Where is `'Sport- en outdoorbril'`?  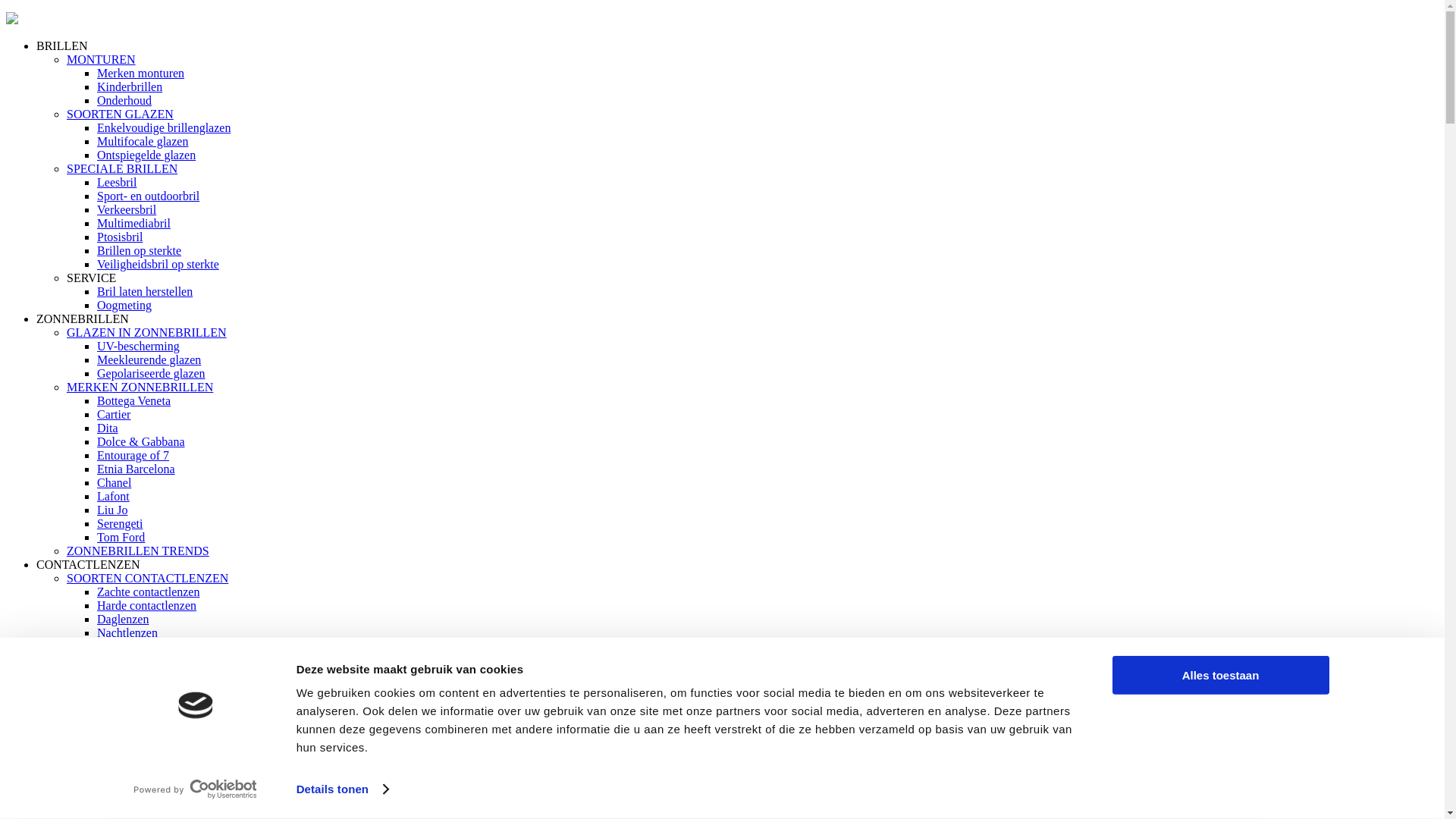 'Sport- en outdoorbril' is located at coordinates (148, 195).